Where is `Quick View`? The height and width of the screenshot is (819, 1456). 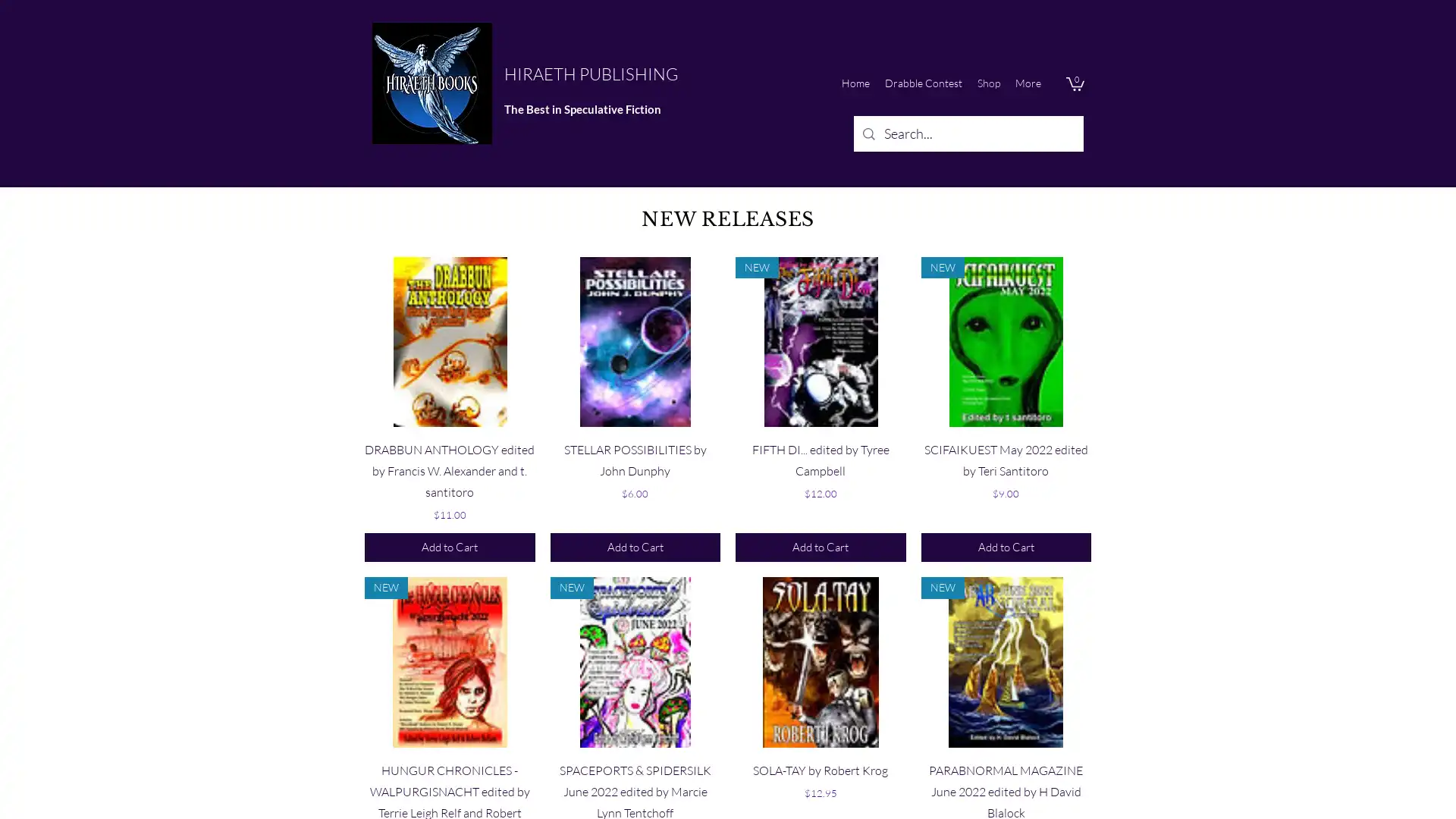
Quick View is located at coordinates (449, 766).